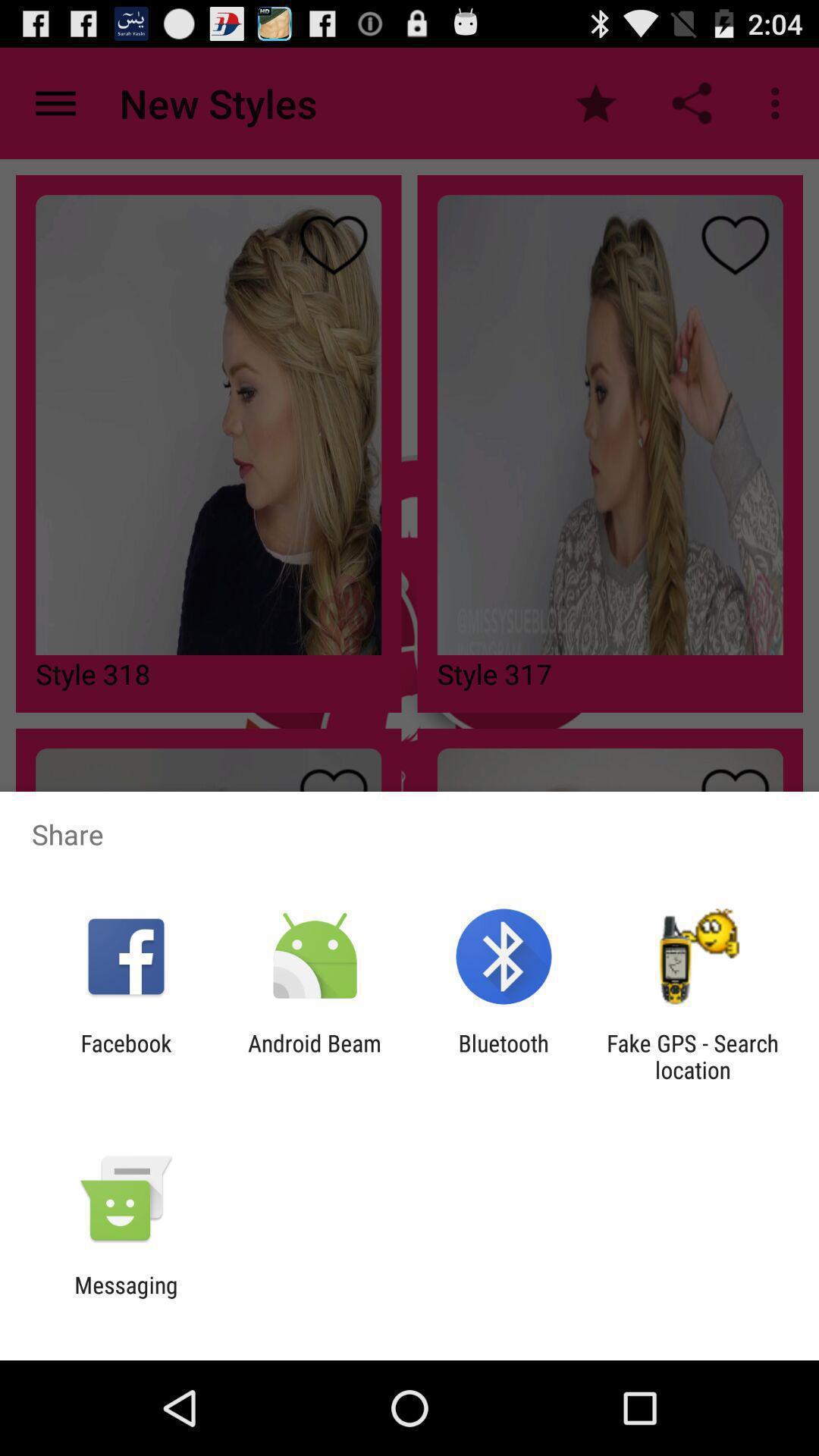  Describe the element at coordinates (314, 1056) in the screenshot. I see `icon to the left of bluetooth app` at that location.